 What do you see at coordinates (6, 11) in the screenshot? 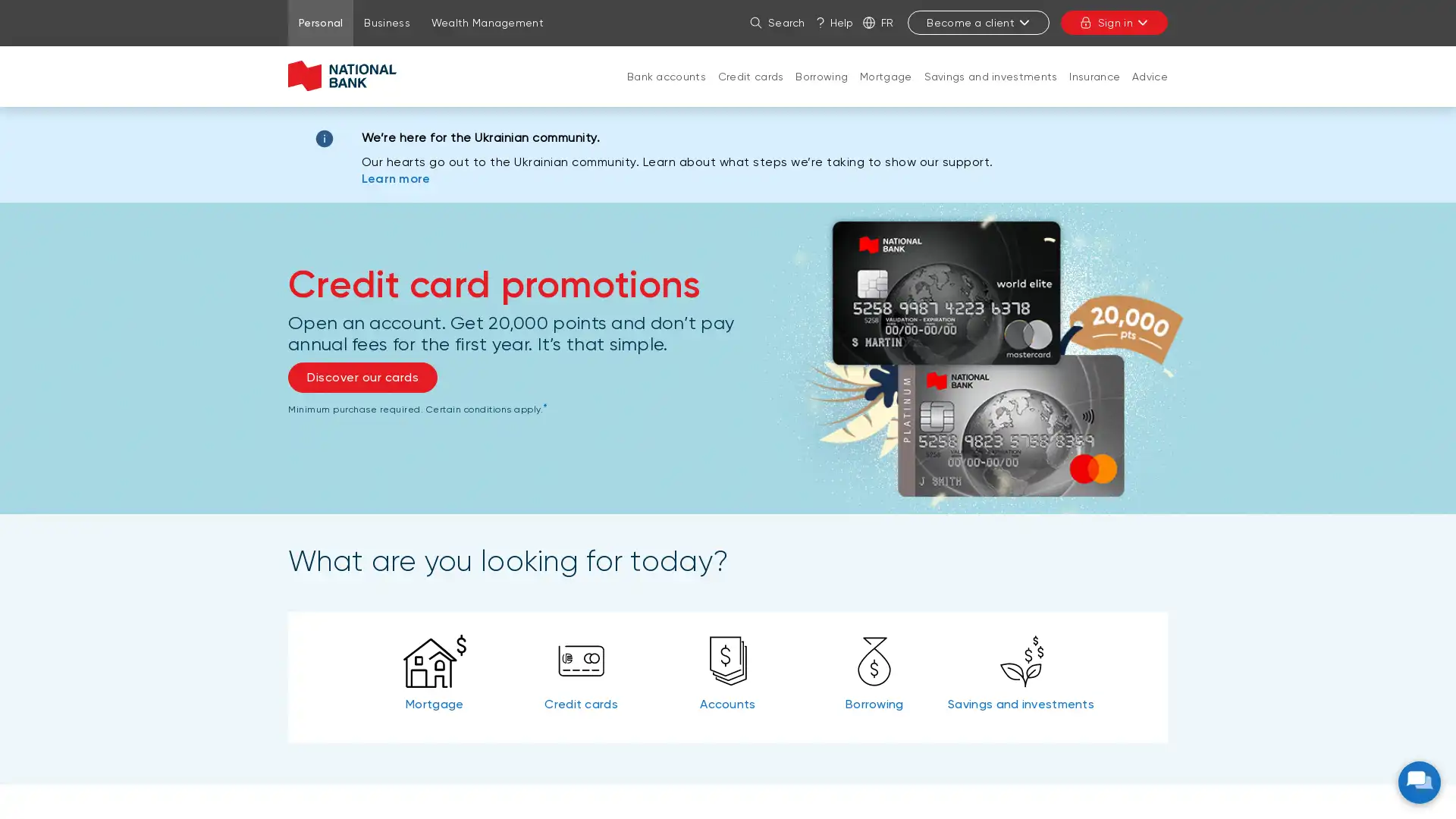
I see `Sign in to my account` at bounding box center [6, 11].